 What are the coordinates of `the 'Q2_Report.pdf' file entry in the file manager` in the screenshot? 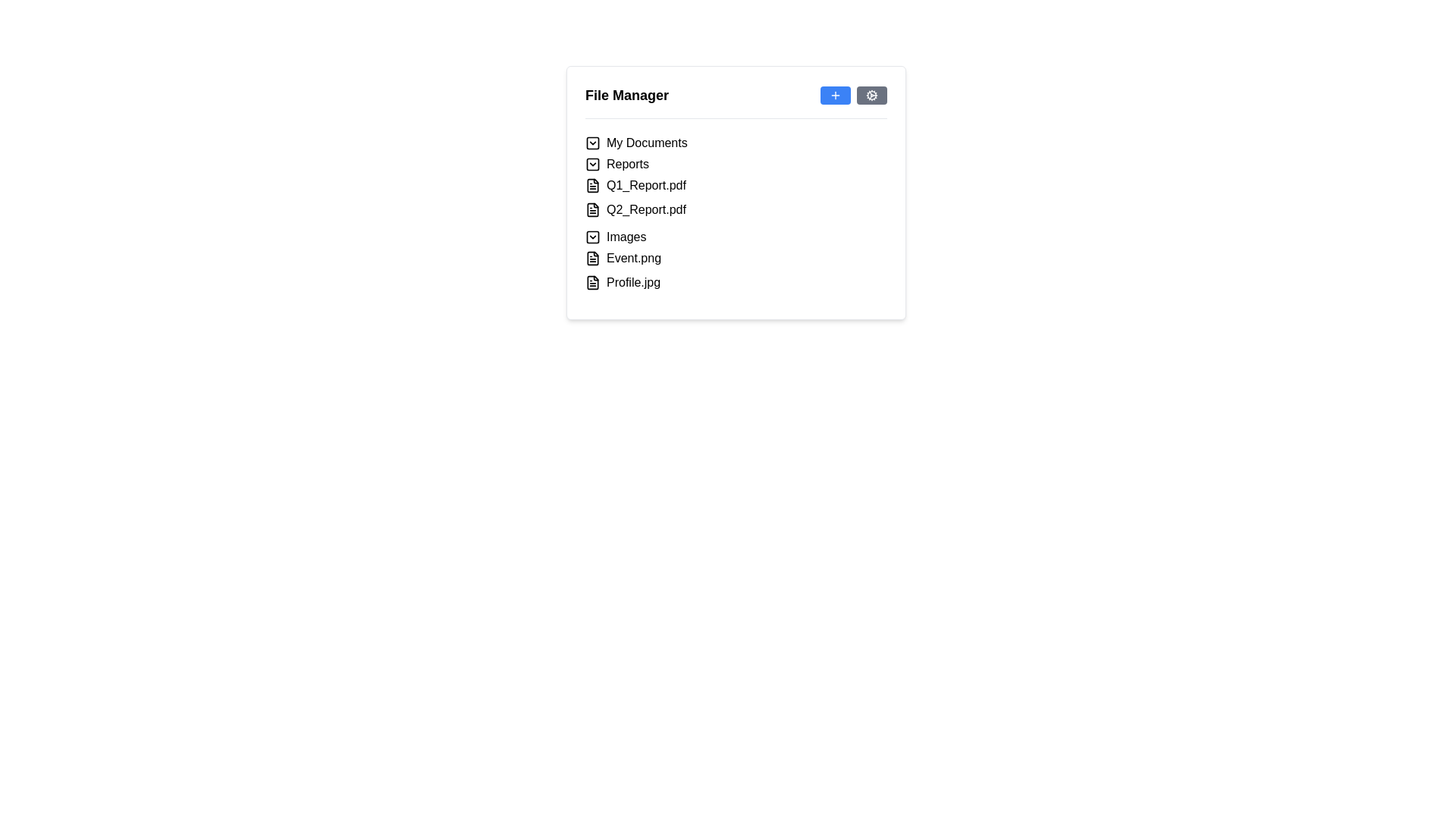 It's located at (736, 210).